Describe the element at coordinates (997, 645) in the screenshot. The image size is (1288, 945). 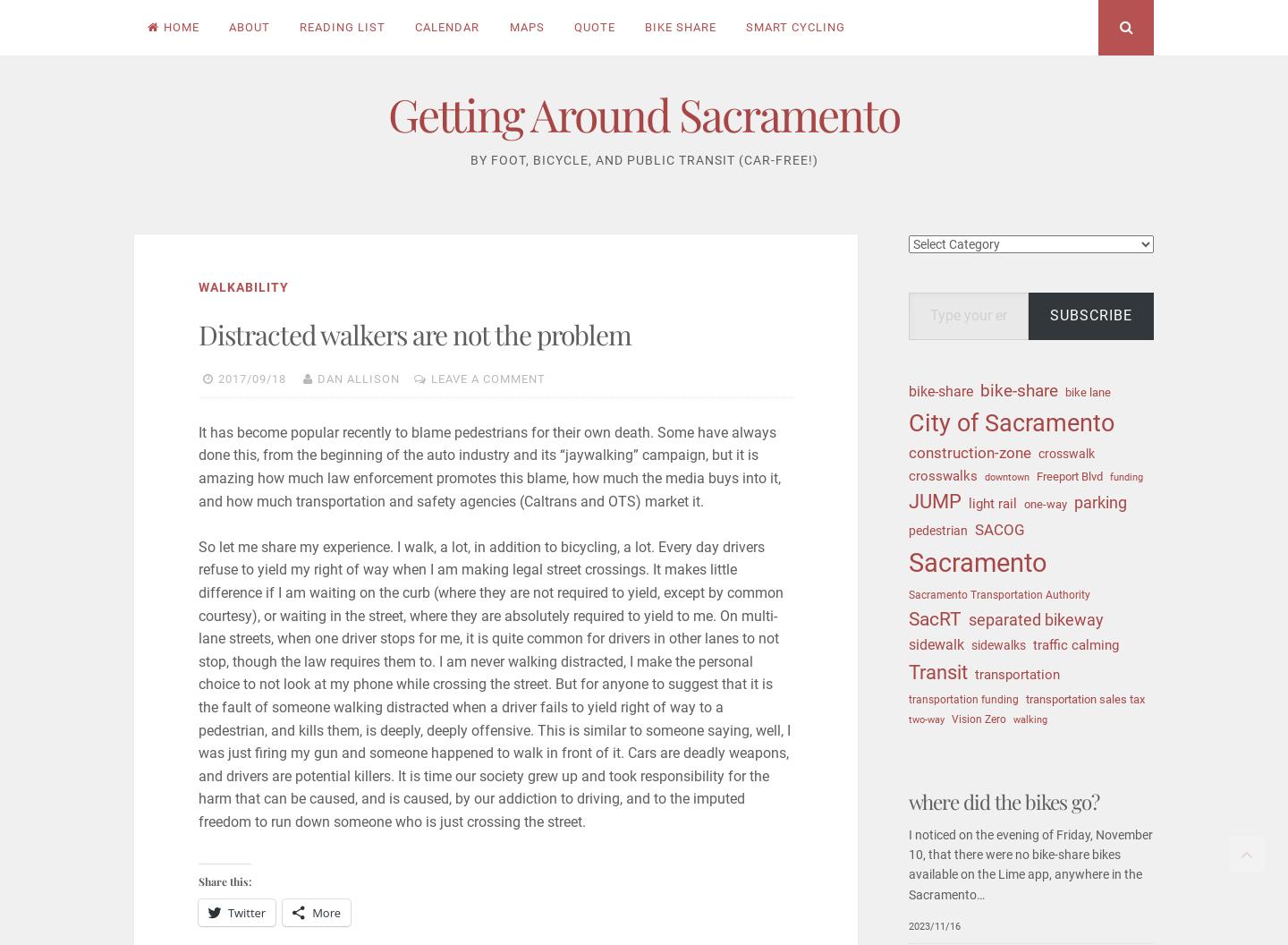
I see `'sidewalks'` at that location.